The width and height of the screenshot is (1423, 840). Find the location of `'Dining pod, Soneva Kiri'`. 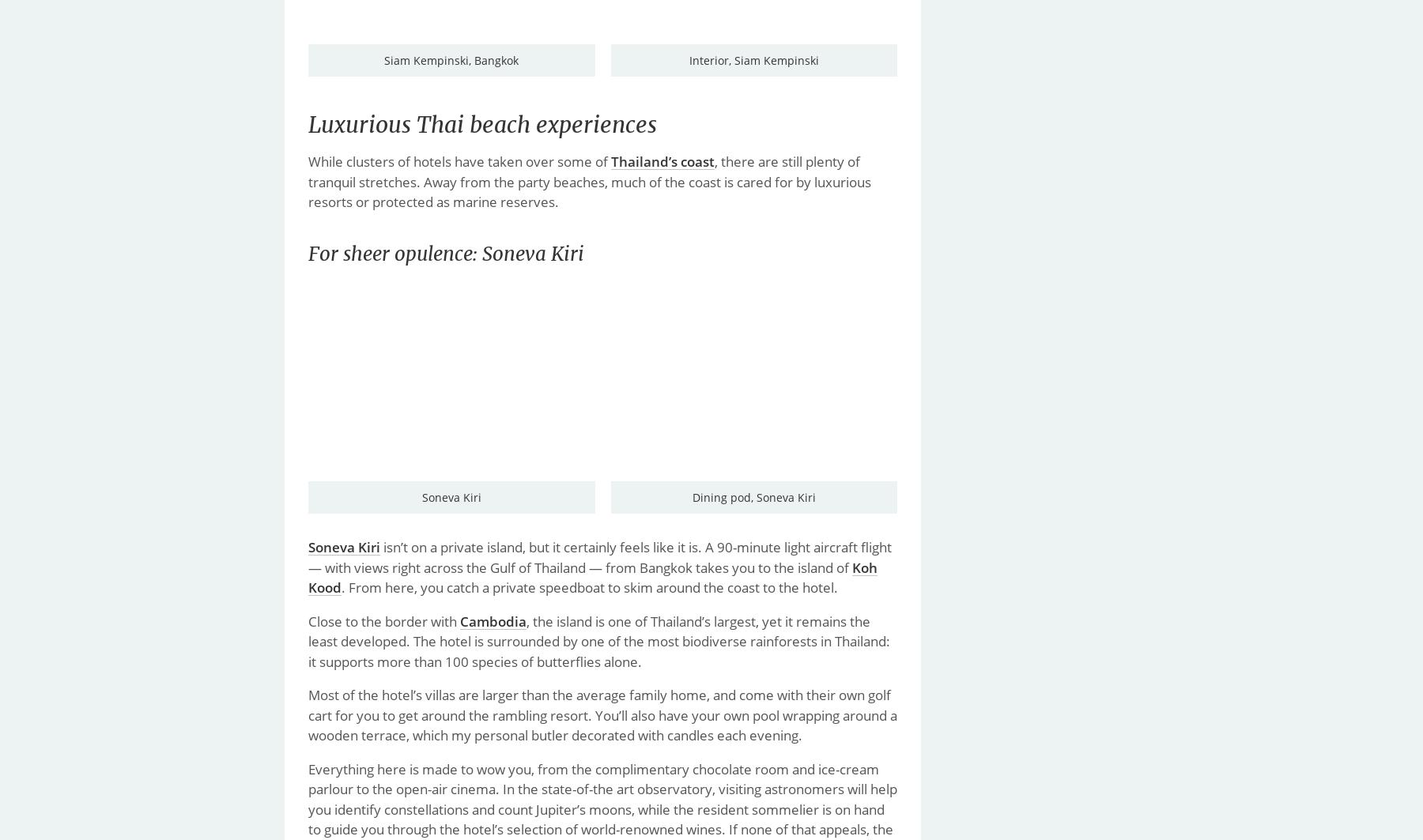

'Dining pod, Soneva Kiri' is located at coordinates (752, 496).